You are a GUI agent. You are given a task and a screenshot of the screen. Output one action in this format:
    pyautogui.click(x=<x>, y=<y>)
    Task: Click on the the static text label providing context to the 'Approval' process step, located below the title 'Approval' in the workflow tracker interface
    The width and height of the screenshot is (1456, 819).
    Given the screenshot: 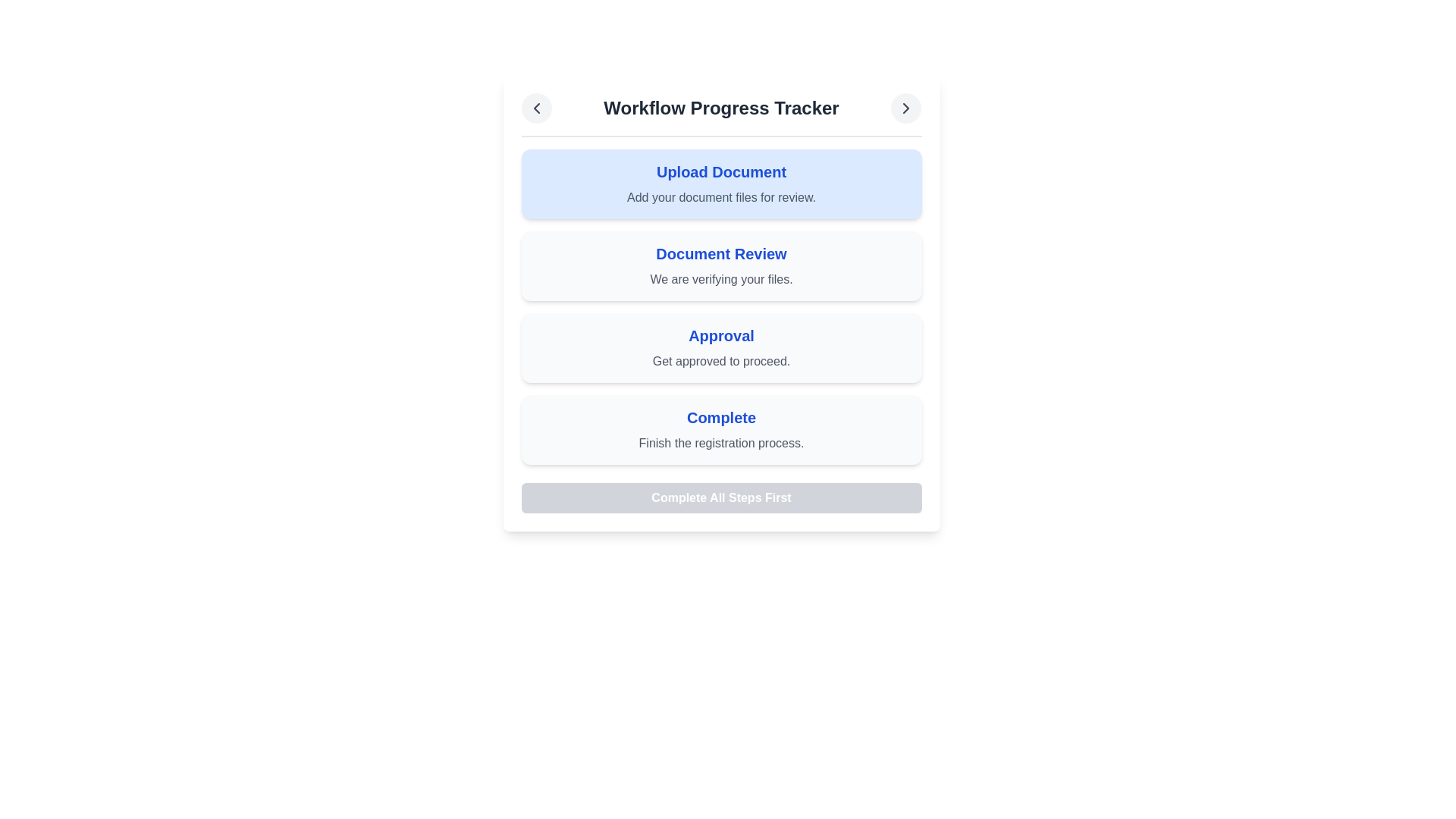 What is the action you would take?
    pyautogui.click(x=720, y=362)
    